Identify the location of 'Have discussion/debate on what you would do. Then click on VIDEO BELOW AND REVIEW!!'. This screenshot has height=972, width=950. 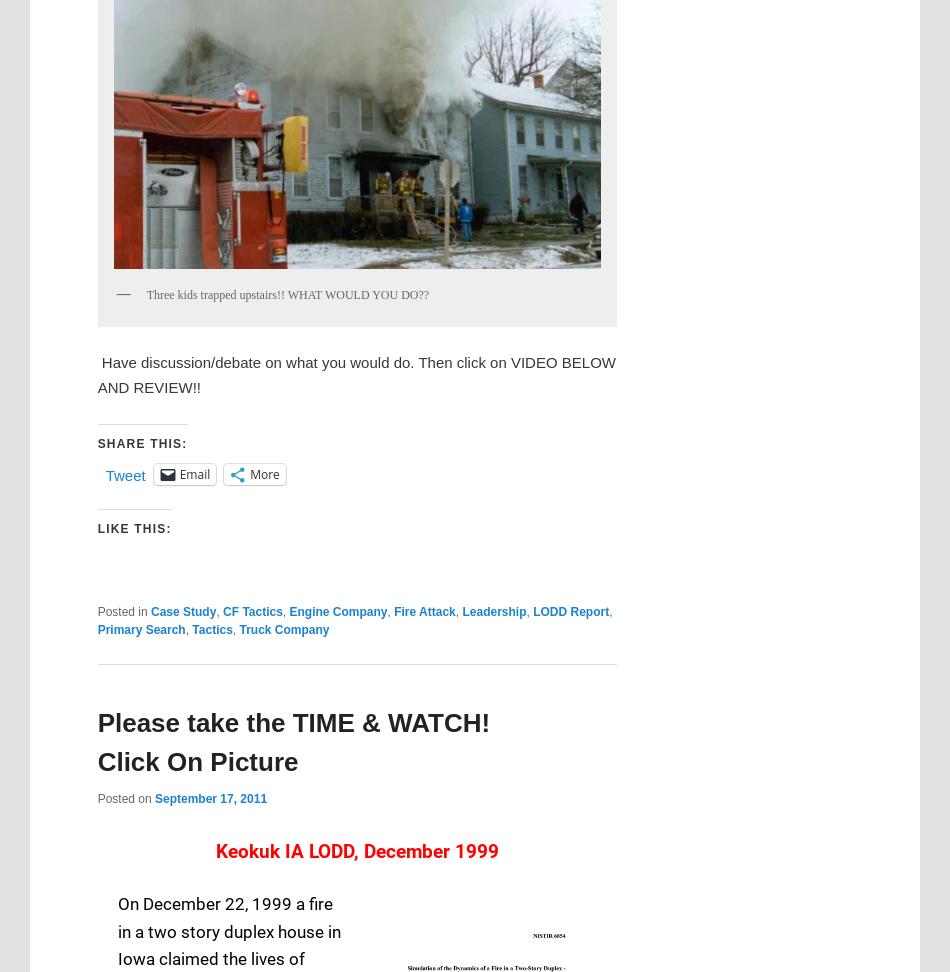
(96, 374).